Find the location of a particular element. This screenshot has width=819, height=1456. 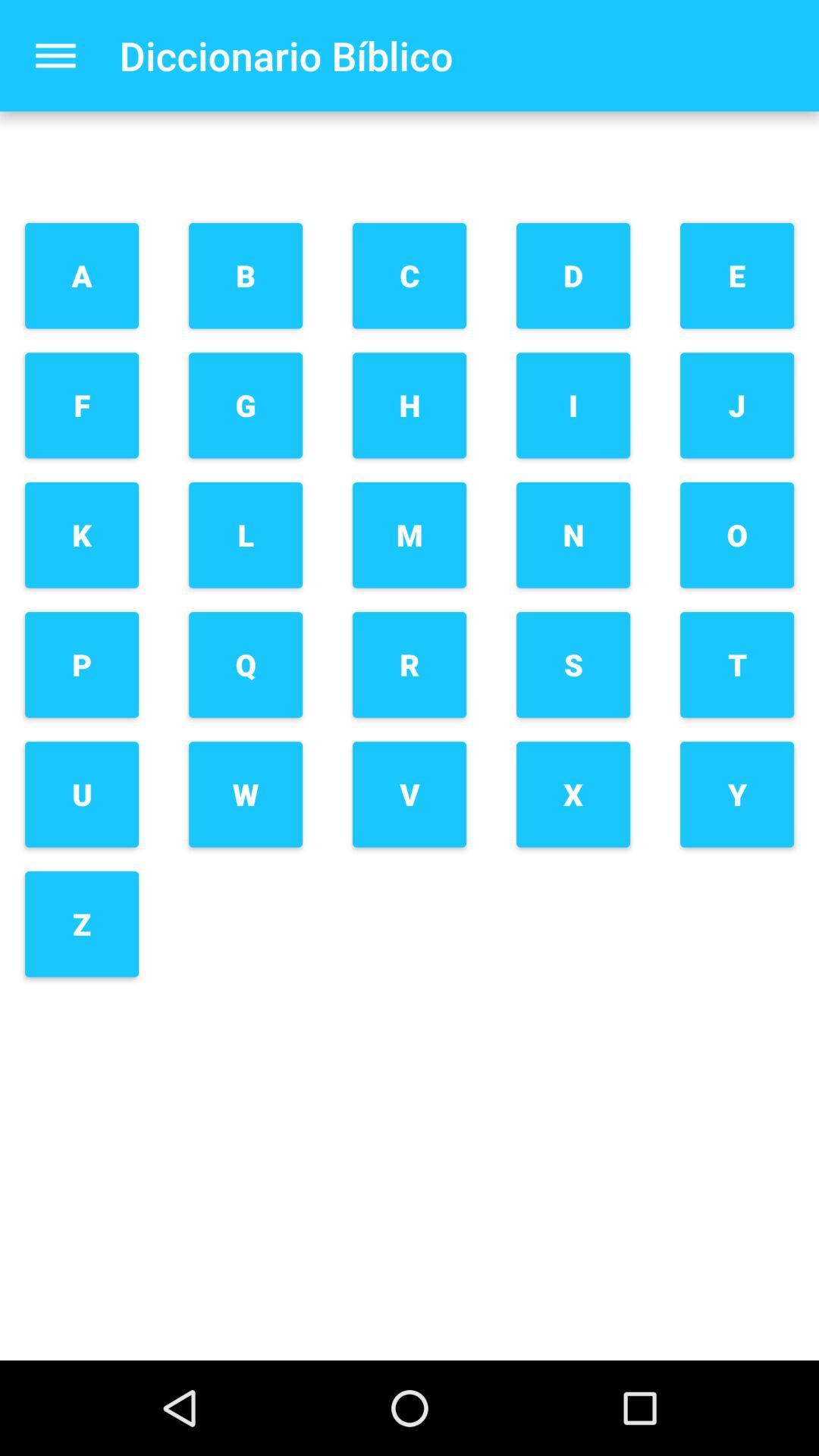

button below k button is located at coordinates (82, 664).